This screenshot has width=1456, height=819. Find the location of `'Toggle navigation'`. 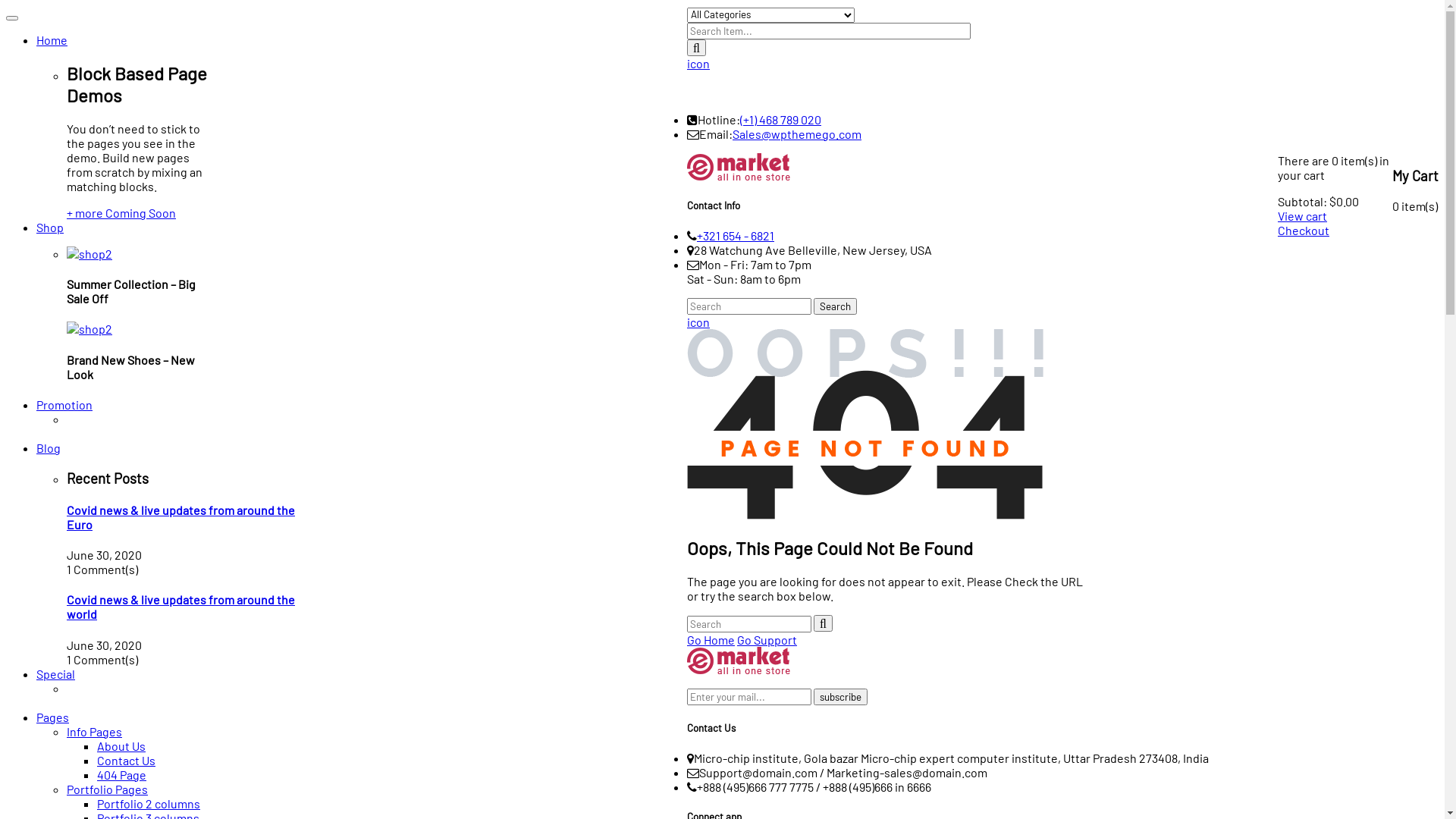

'Toggle navigation' is located at coordinates (11, 17).